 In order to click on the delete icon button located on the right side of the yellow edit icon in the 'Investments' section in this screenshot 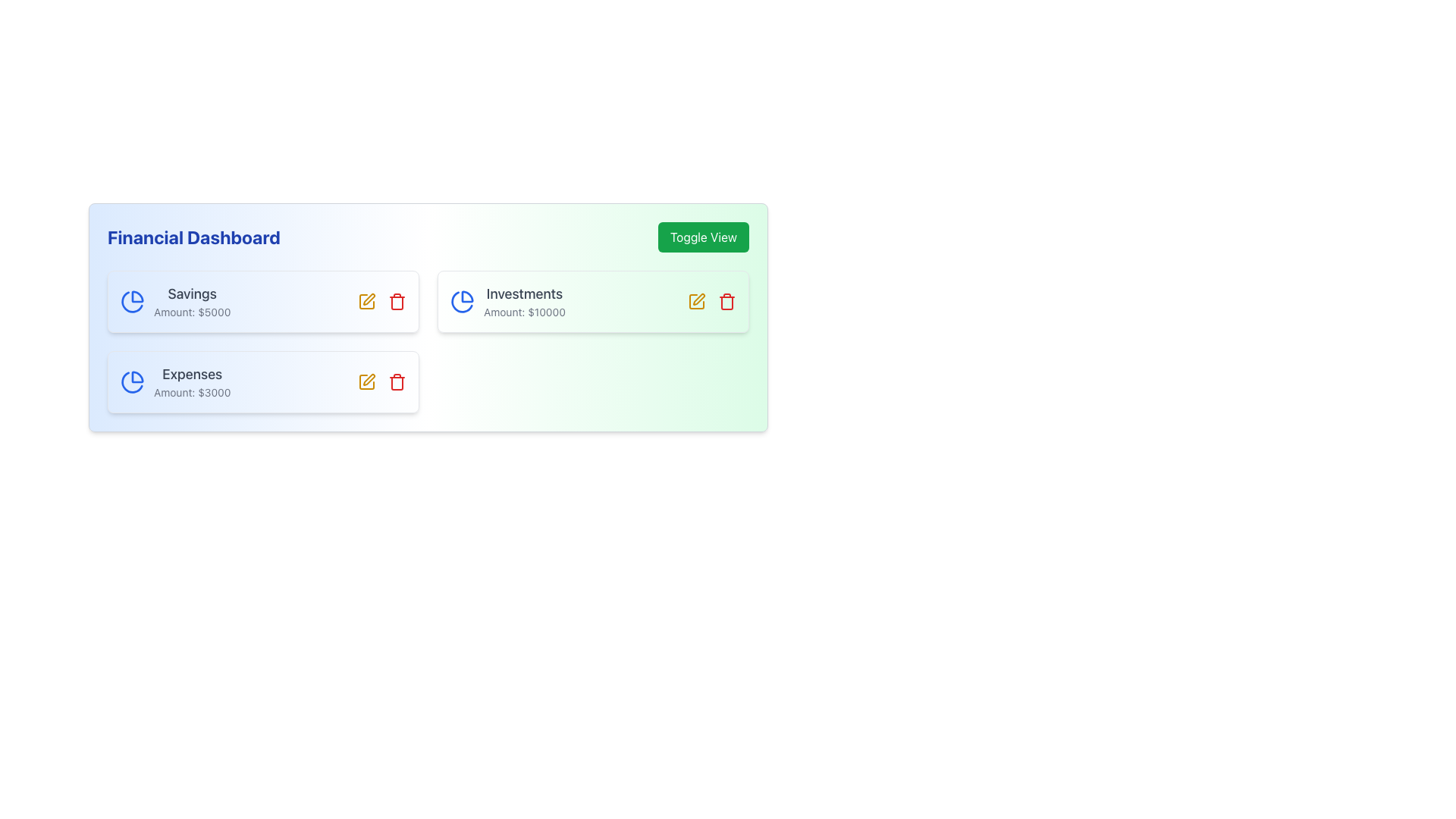, I will do `click(726, 301)`.